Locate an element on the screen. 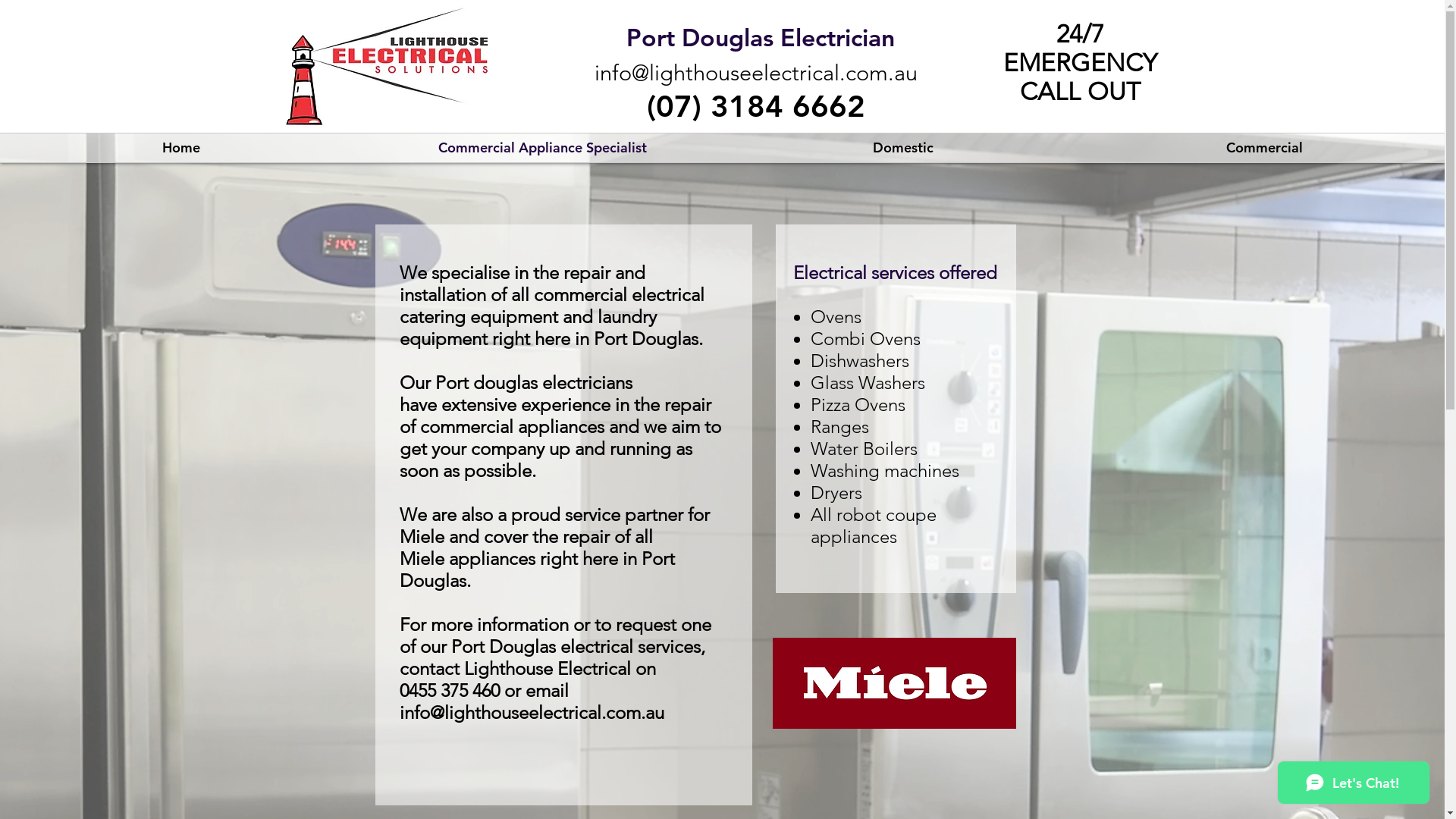  'Domestic' is located at coordinates (902, 148).